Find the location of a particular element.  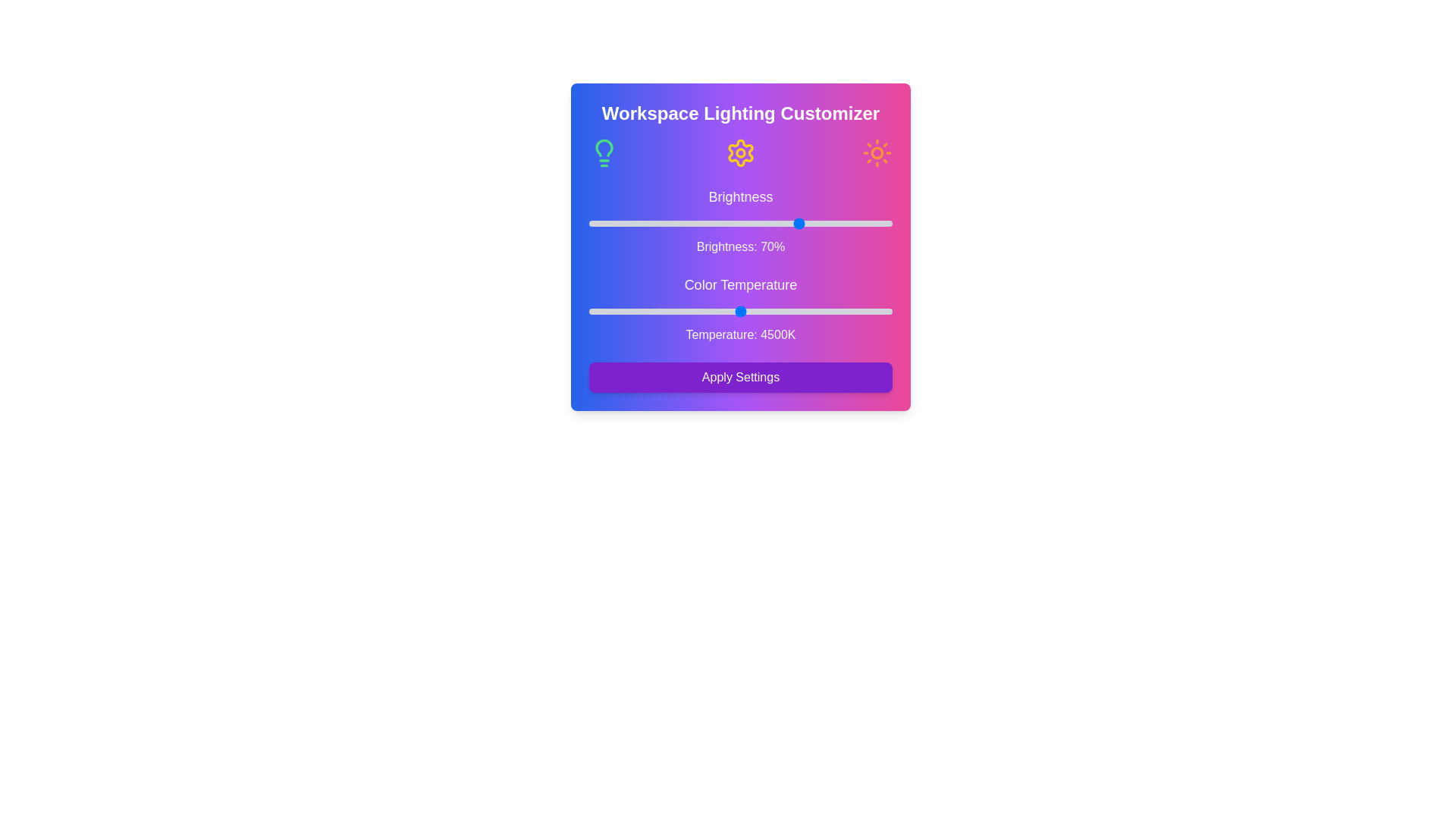

the color temperature slider to 2723 K is located at coordinates (605, 311).